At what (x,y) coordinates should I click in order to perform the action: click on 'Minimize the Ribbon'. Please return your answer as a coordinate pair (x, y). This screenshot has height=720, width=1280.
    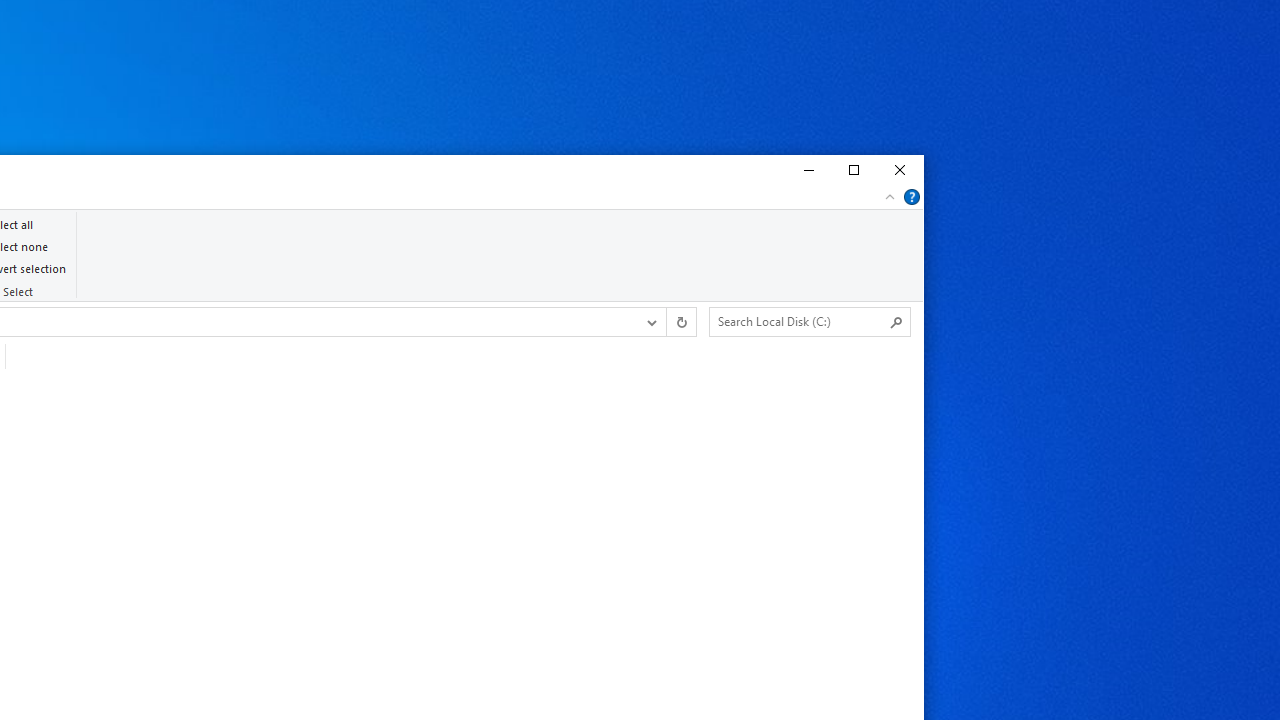
    Looking at the image, I should click on (889, 196).